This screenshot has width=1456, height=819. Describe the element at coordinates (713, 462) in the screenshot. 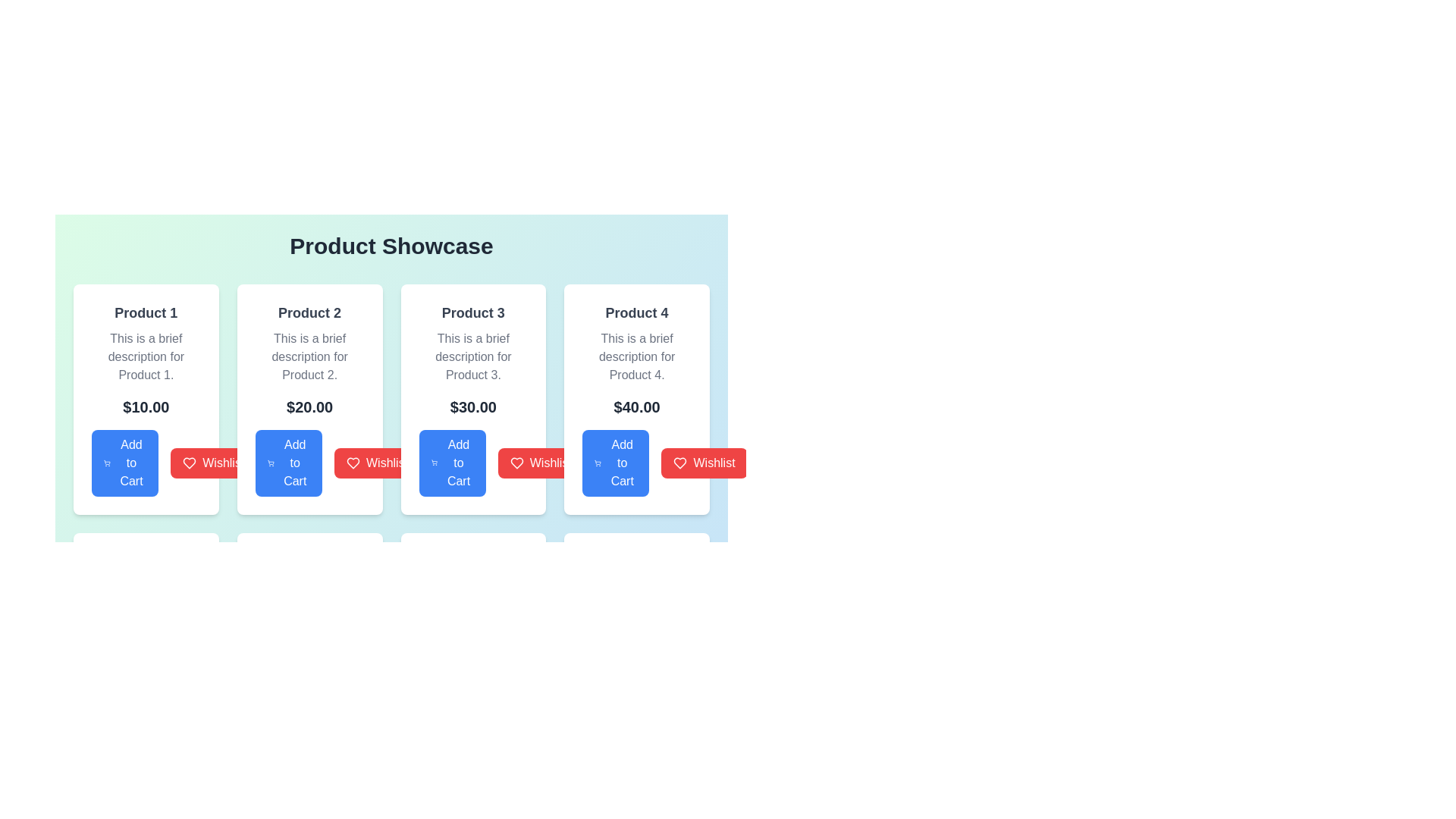

I see `text label indicating the purpose of the button for adding the associated product to the user's wishlist, located under the 'Product 4' card in the 'Product Showcase' section, to the right of a heart-shaped icon` at that location.